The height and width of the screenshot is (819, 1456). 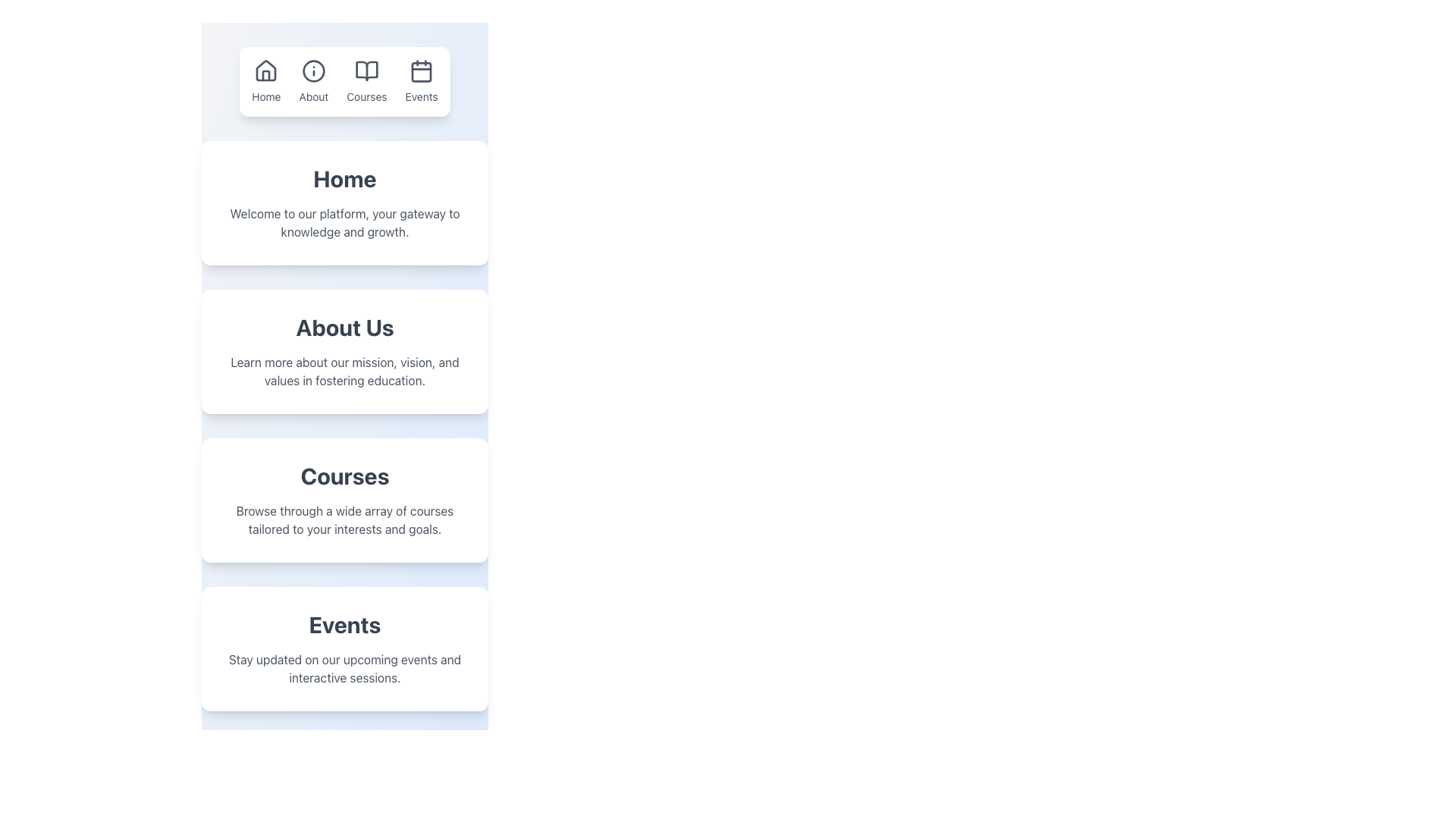 I want to click on the title text of the 'About Us' section, so click(x=344, y=327).